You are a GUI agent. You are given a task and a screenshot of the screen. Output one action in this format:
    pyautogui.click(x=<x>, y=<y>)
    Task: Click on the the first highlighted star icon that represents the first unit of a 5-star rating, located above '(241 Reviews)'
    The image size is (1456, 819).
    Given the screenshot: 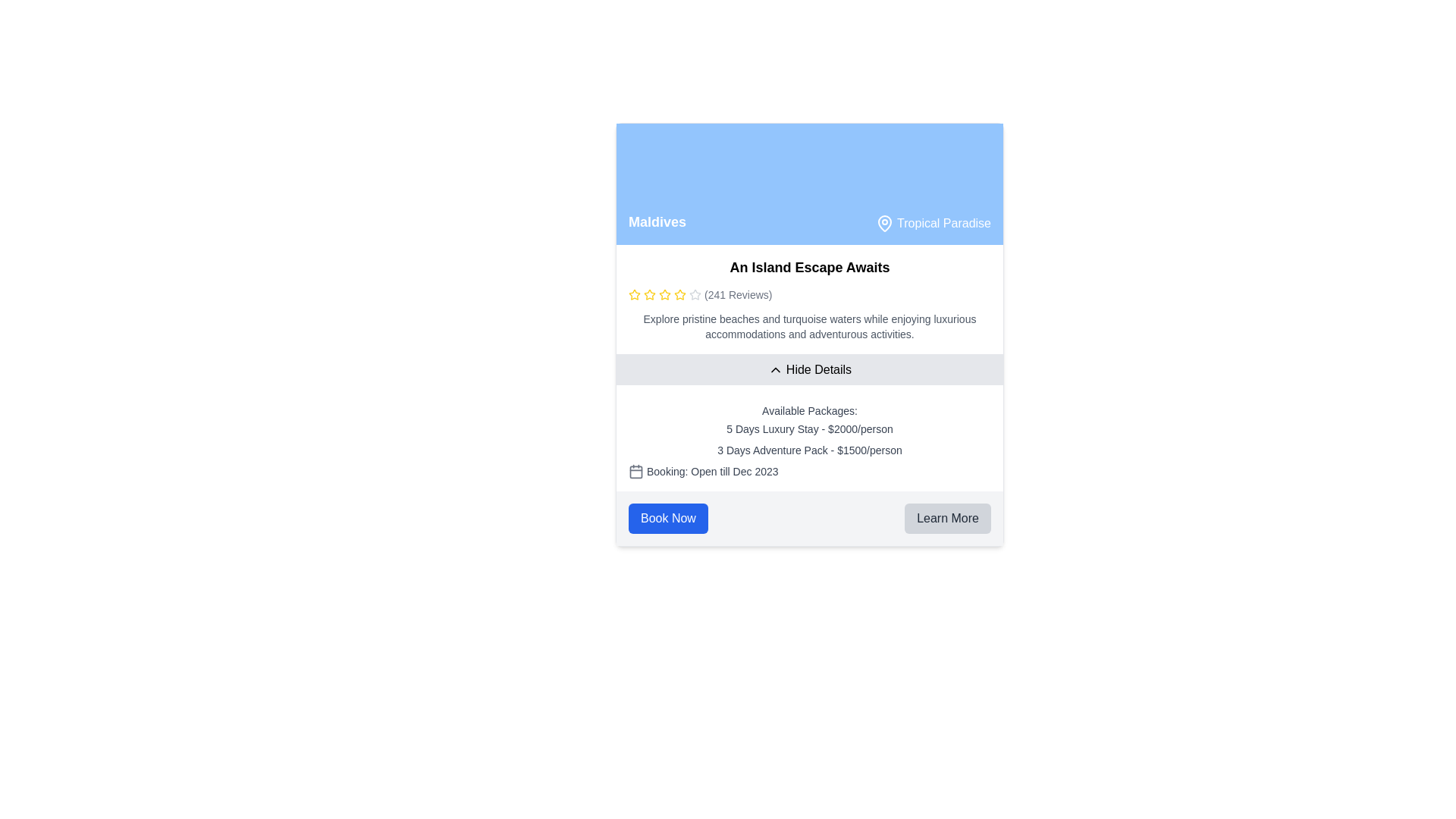 What is the action you would take?
    pyautogui.click(x=634, y=295)
    